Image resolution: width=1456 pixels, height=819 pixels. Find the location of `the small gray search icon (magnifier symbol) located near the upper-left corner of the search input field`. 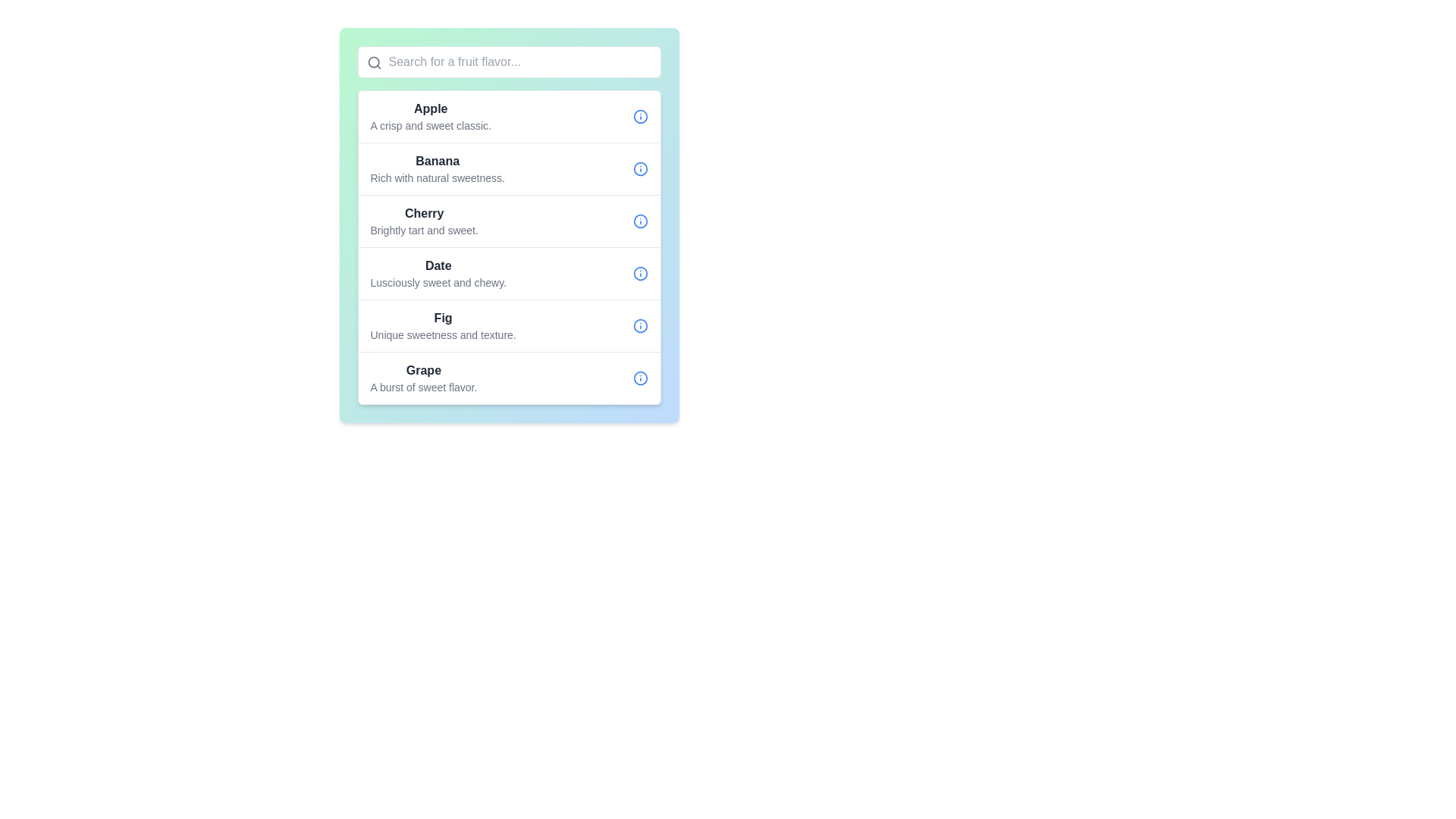

the small gray search icon (magnifier symbol) located near the upper-left corner of the search input field is located at coordinates (374, 62).